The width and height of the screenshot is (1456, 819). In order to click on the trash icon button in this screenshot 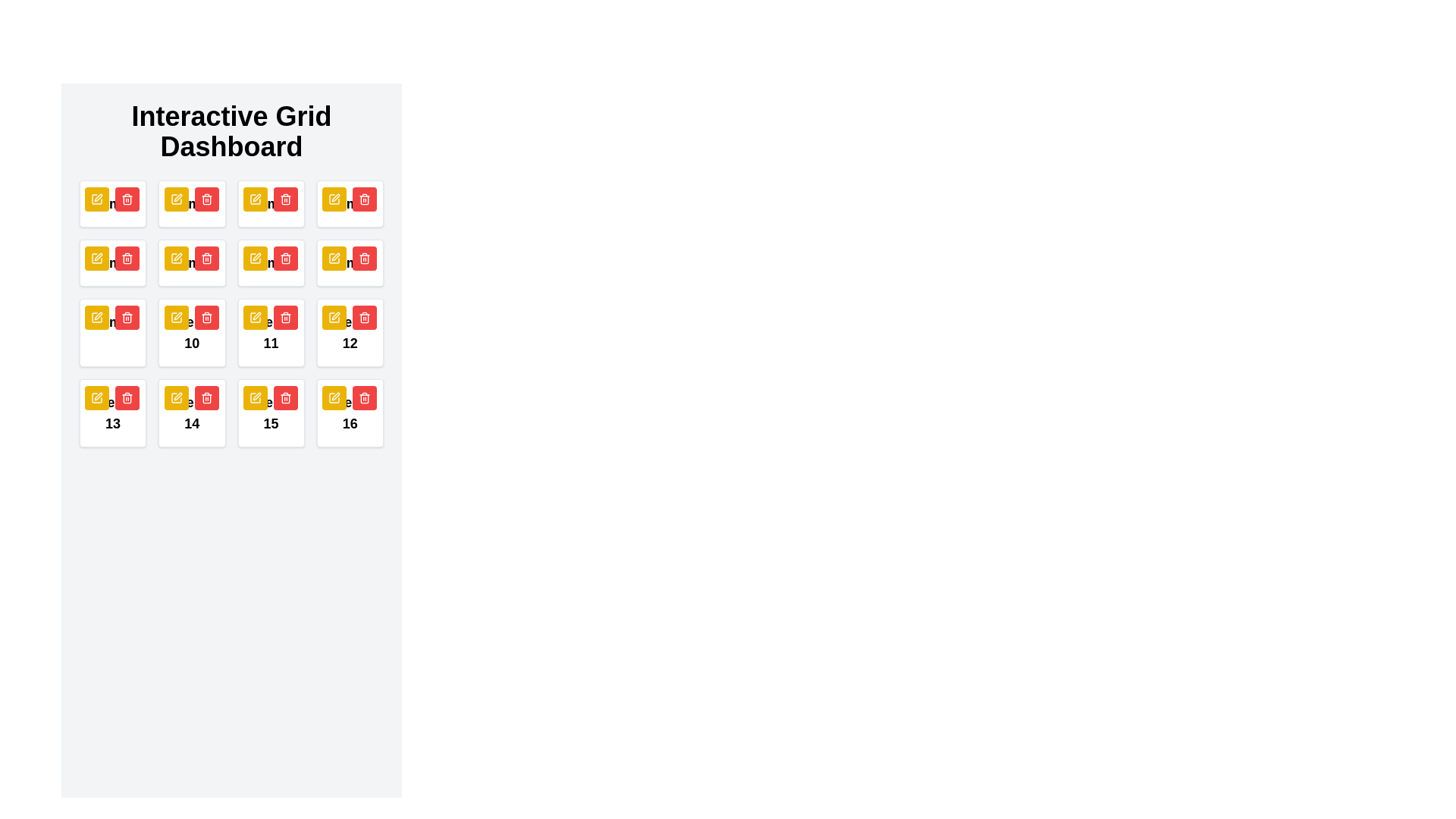, I will do `click(364, 198)`.